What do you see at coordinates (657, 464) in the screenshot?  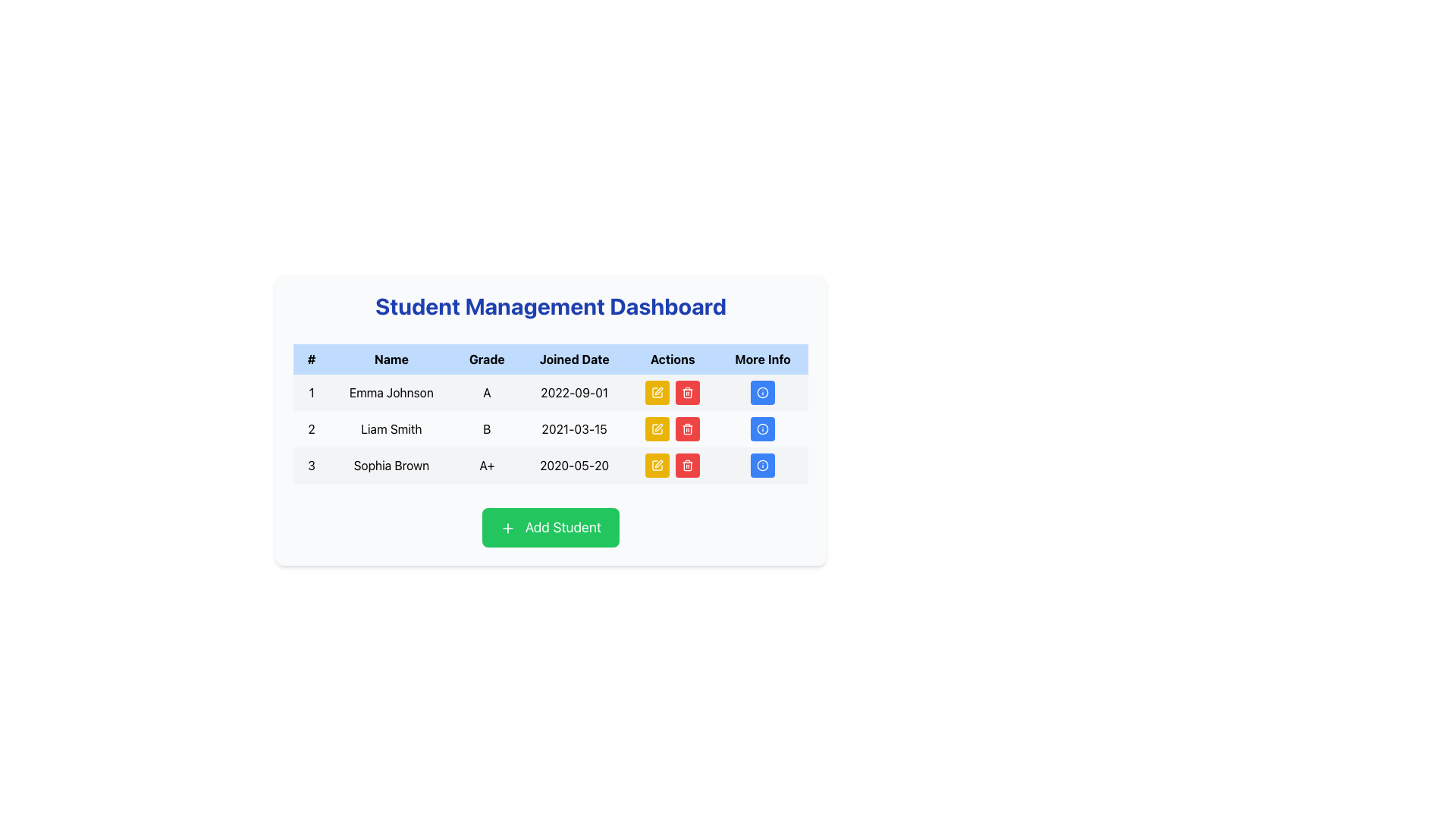 I see `the pen icon button with a yellow background in the Actions column of the third row of the table` at bounding box center [657, 464].